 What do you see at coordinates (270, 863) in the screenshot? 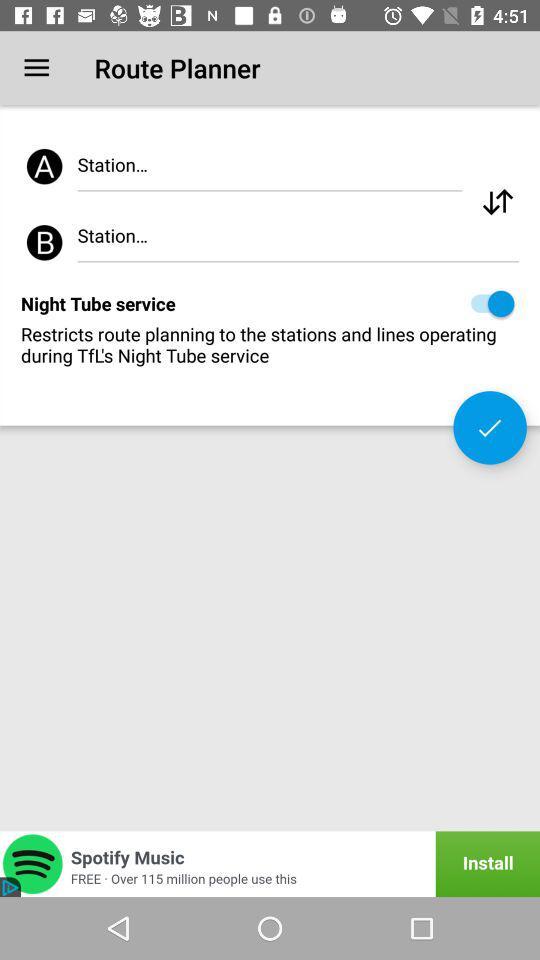
I see `click install spotify` at bounding box center [270, 863].